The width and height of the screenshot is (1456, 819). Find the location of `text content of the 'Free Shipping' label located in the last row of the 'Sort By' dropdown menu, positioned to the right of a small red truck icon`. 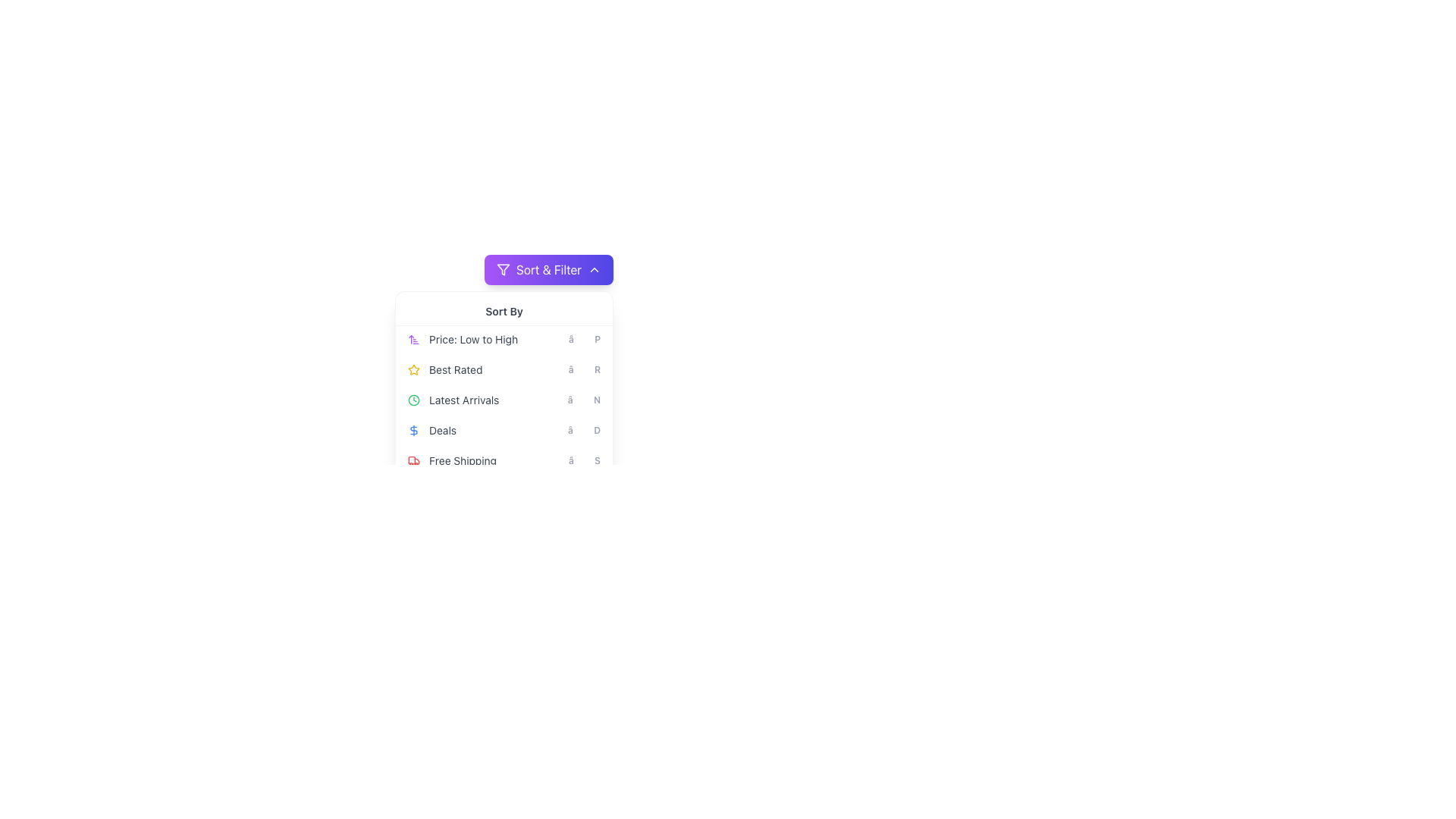

text content of the 'Free Shipping' label located in the last row of the 'Sort By' dropdown menu, positioned to the right of a small red truck icon is located at coordinates (462, 460).